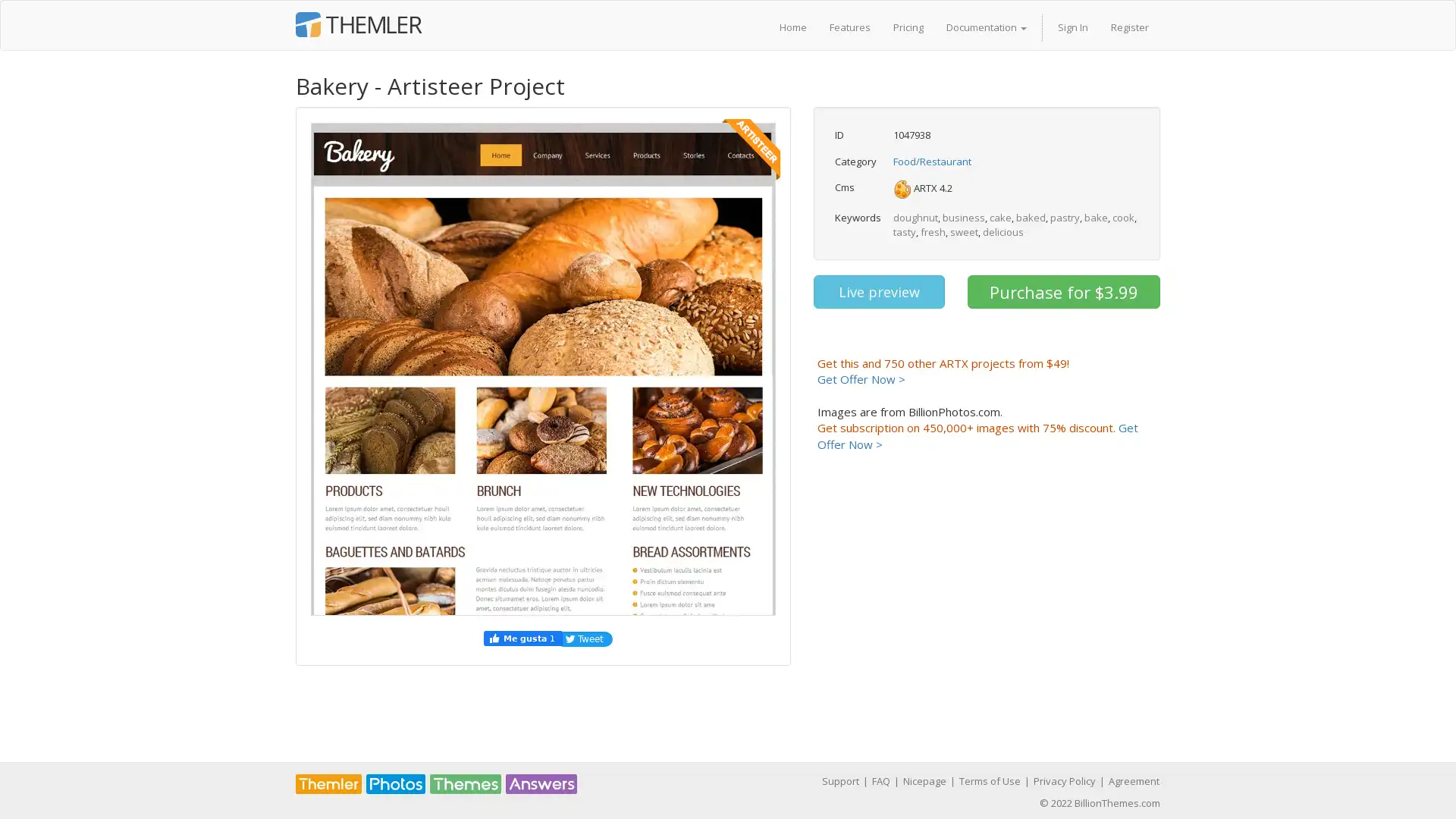  What do you see at coordinates (878, 292) in the screenshot?
I see `Live preview` at bounding box center [878, 292].